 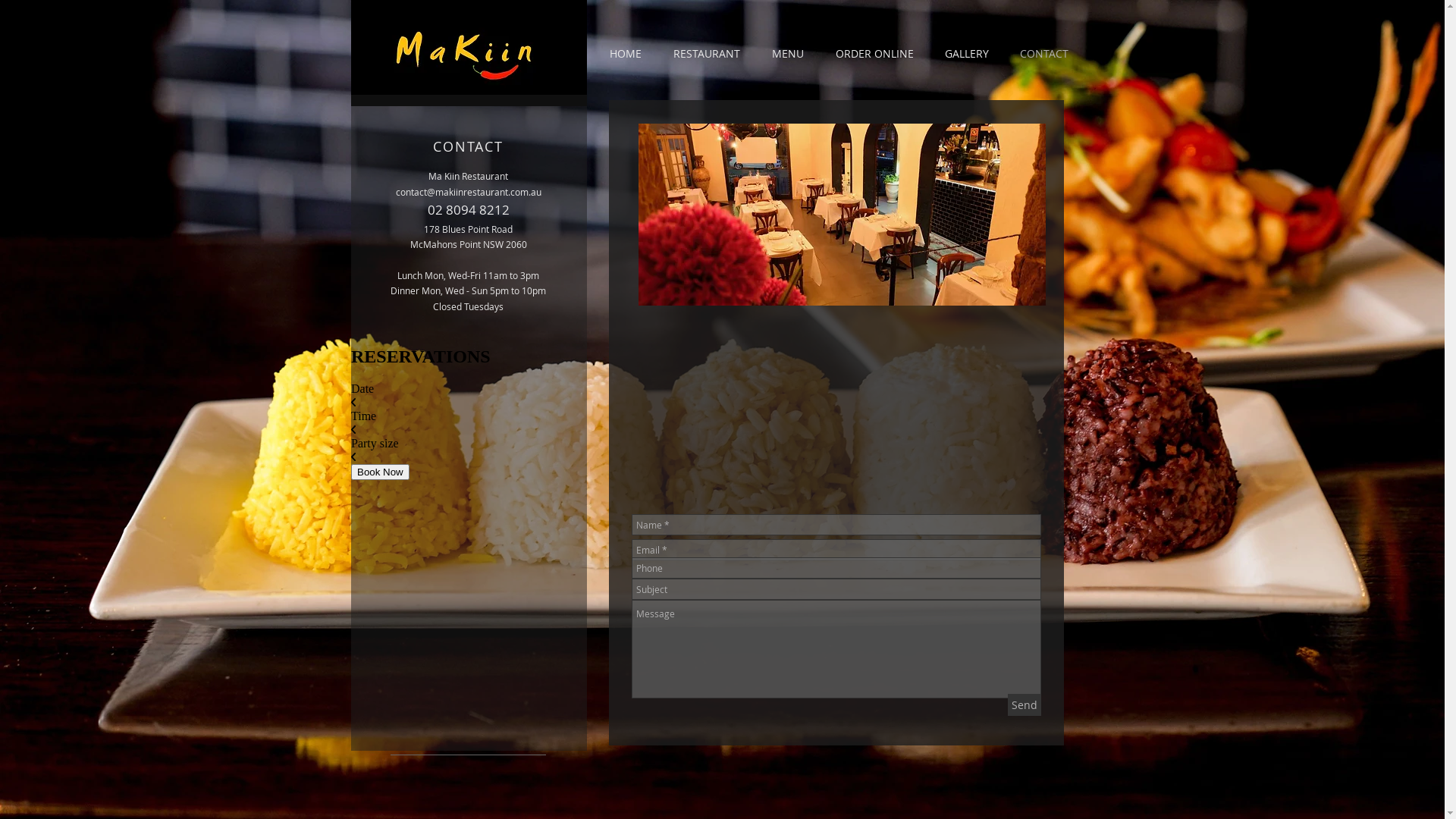 What do you see at coordinates (966, 52) in the screenshot?
I see `'GALLERY'` at bounding box center [966, 52].